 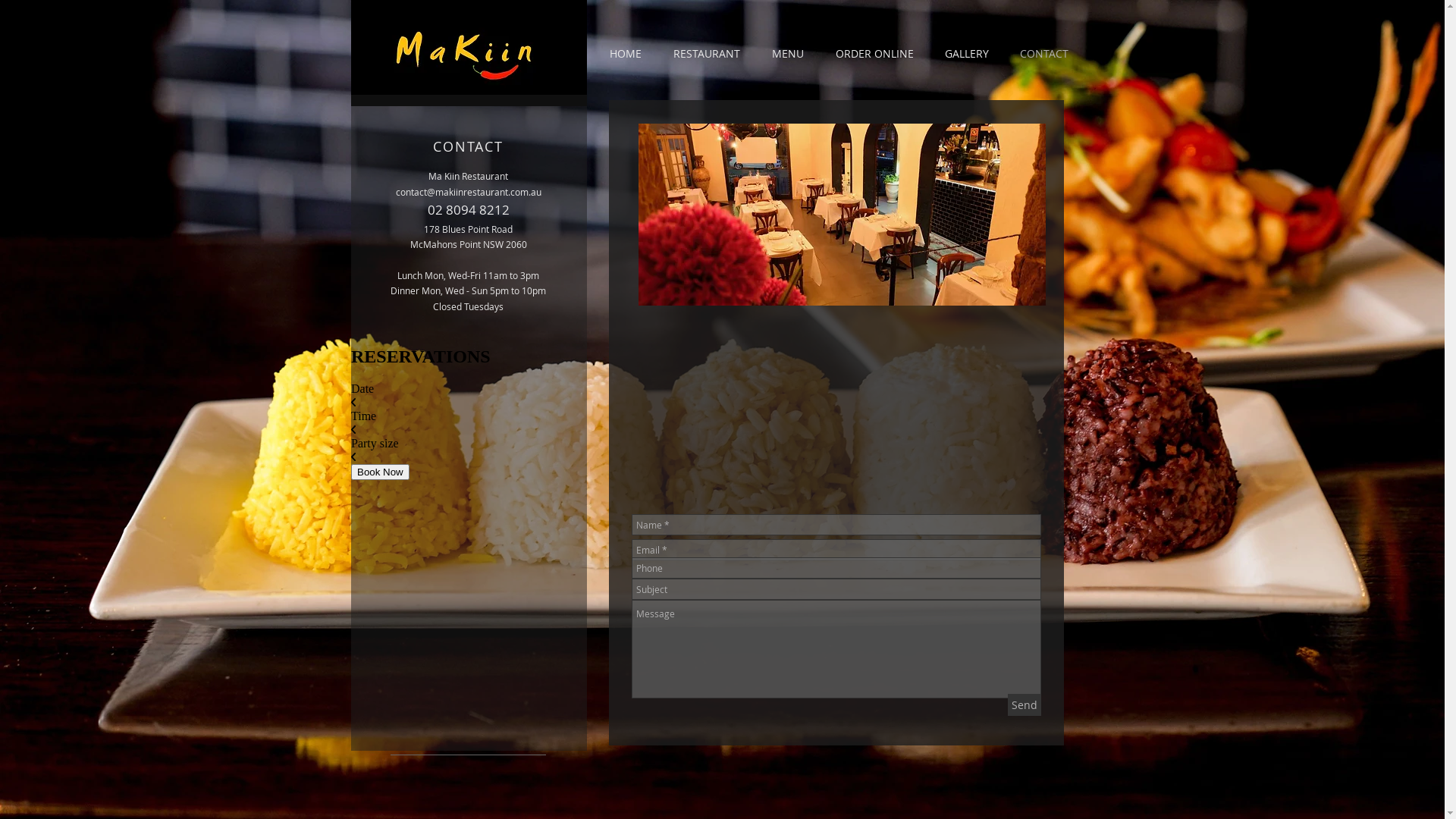 What do you see at coordinates (966, 52) in the screenshot?
I see `'GALLERY'` at bounding box center [966, 52].